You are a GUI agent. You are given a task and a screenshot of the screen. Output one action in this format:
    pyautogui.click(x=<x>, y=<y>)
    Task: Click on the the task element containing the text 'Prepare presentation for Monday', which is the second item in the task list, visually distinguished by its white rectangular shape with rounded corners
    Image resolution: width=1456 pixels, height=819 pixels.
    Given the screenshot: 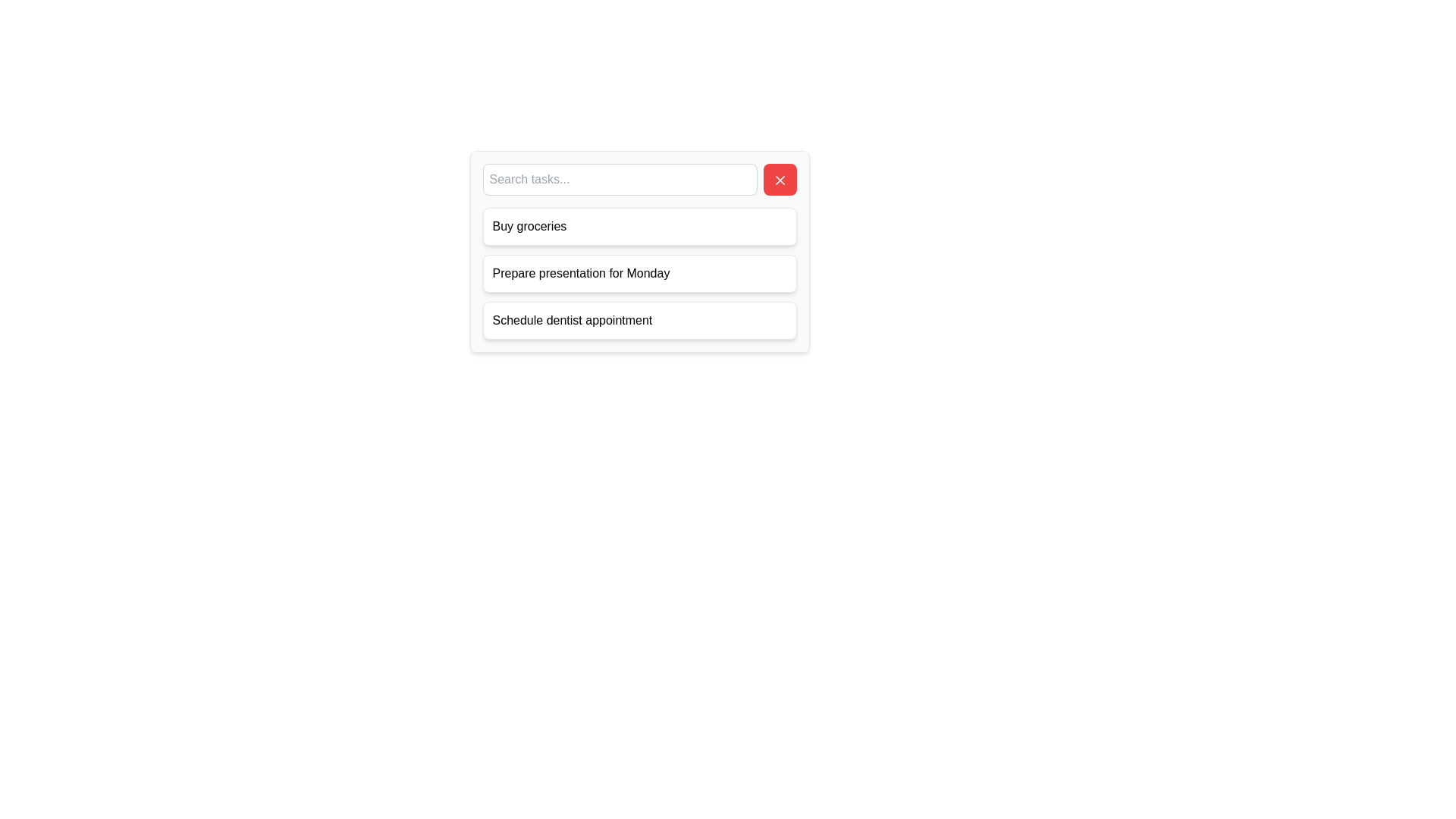 What is the action you would take?
    pyautogui.click(x=639, y=274)
    